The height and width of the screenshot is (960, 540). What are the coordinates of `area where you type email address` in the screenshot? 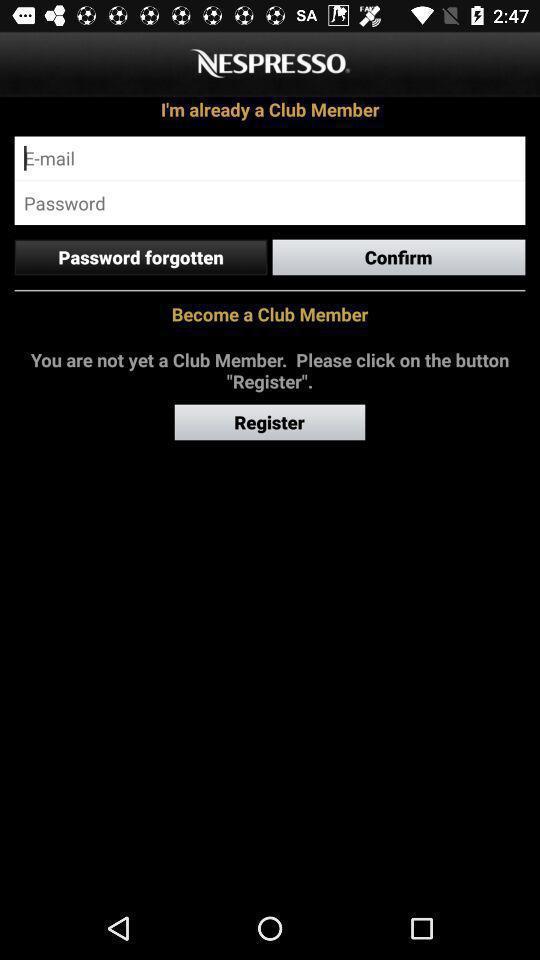 It's located at (270, 157).